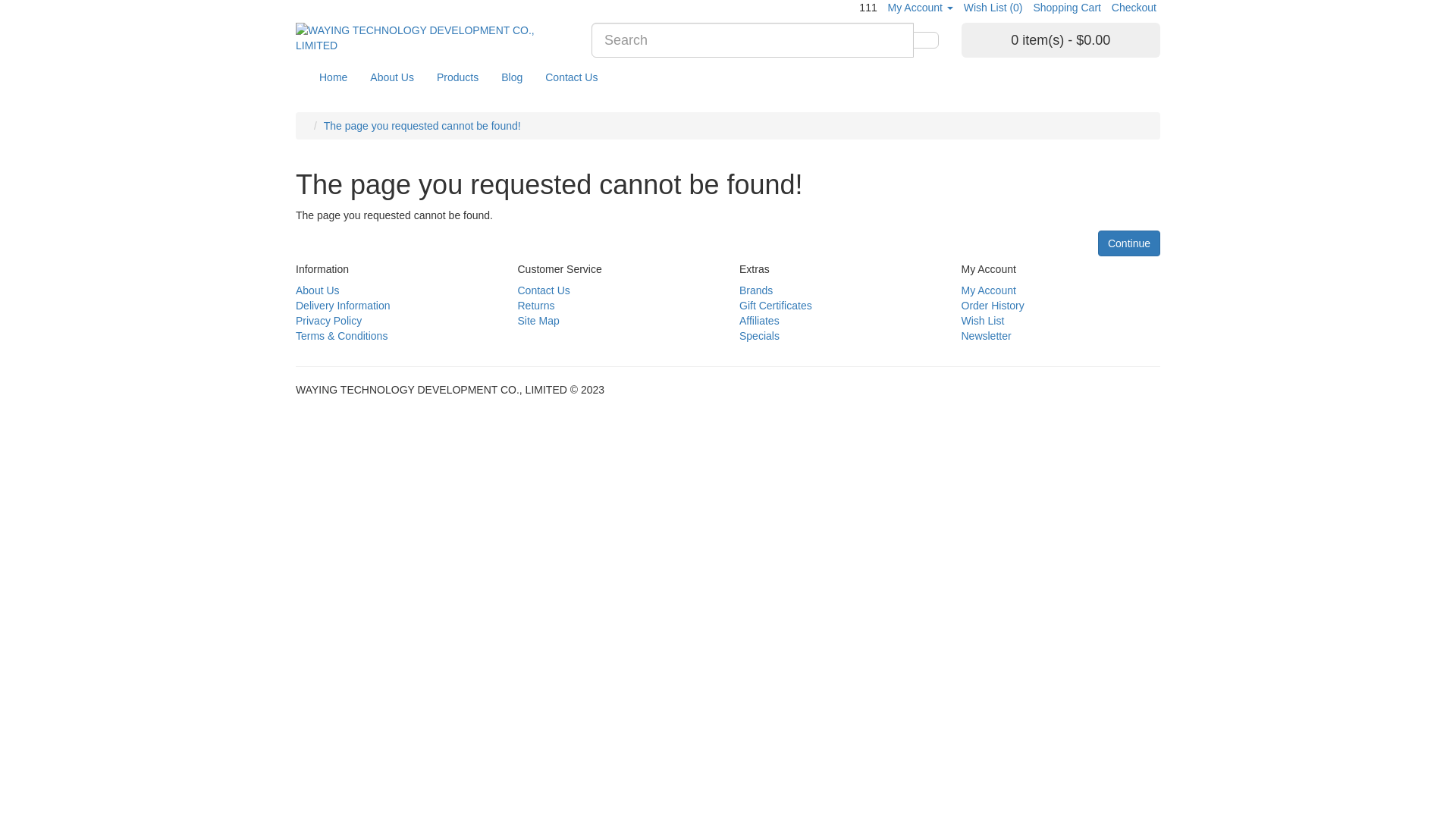  Describe the element at coordinates (543, 290) in the screenshot. I see `'Contact Us'` at that location.